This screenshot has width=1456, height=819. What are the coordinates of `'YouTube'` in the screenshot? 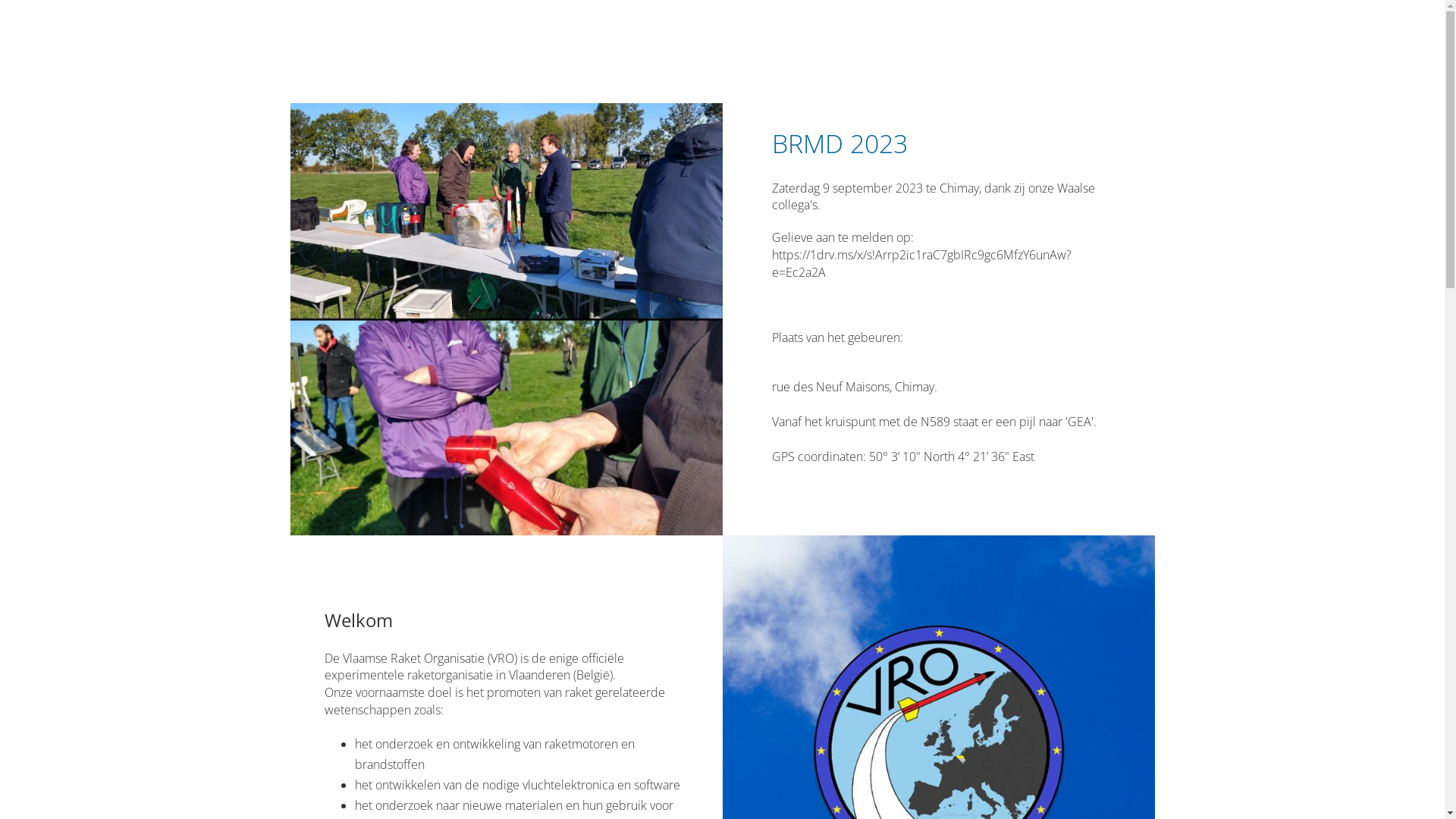 It's located at (1122, 42).